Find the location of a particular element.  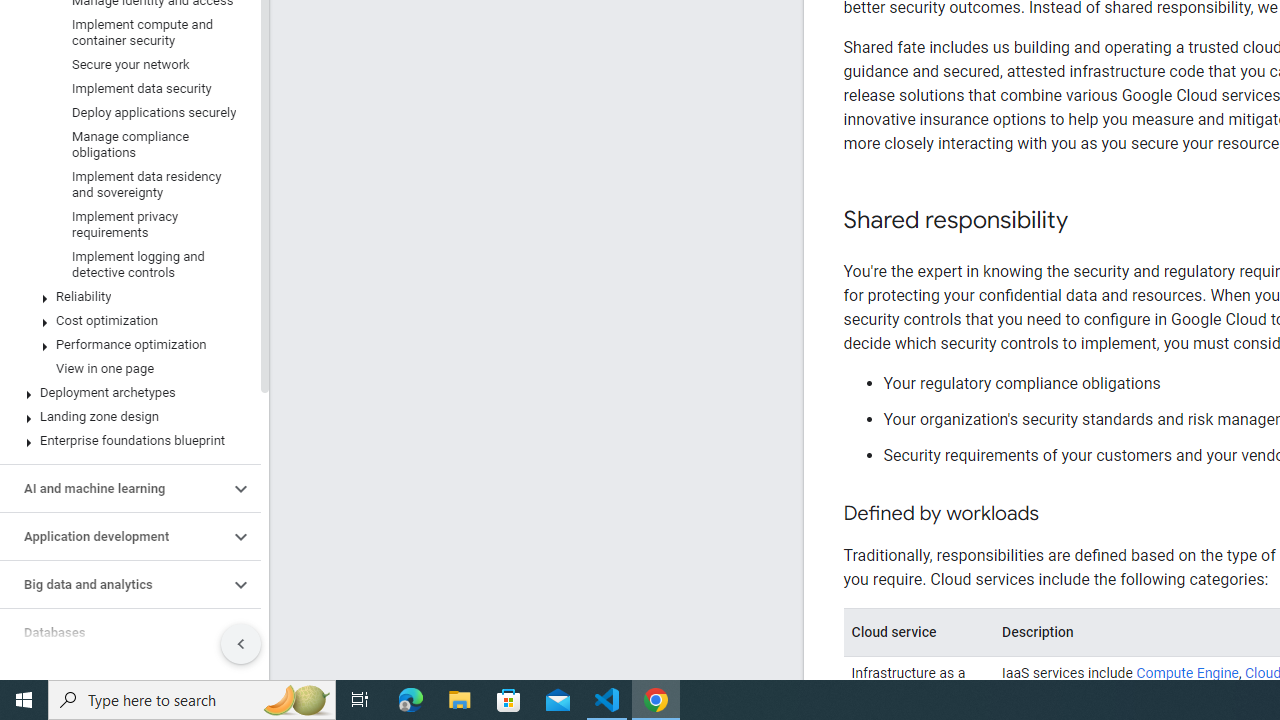

'Copy link to this section: Defined by workloads' is located at coordinates (1057, 513).